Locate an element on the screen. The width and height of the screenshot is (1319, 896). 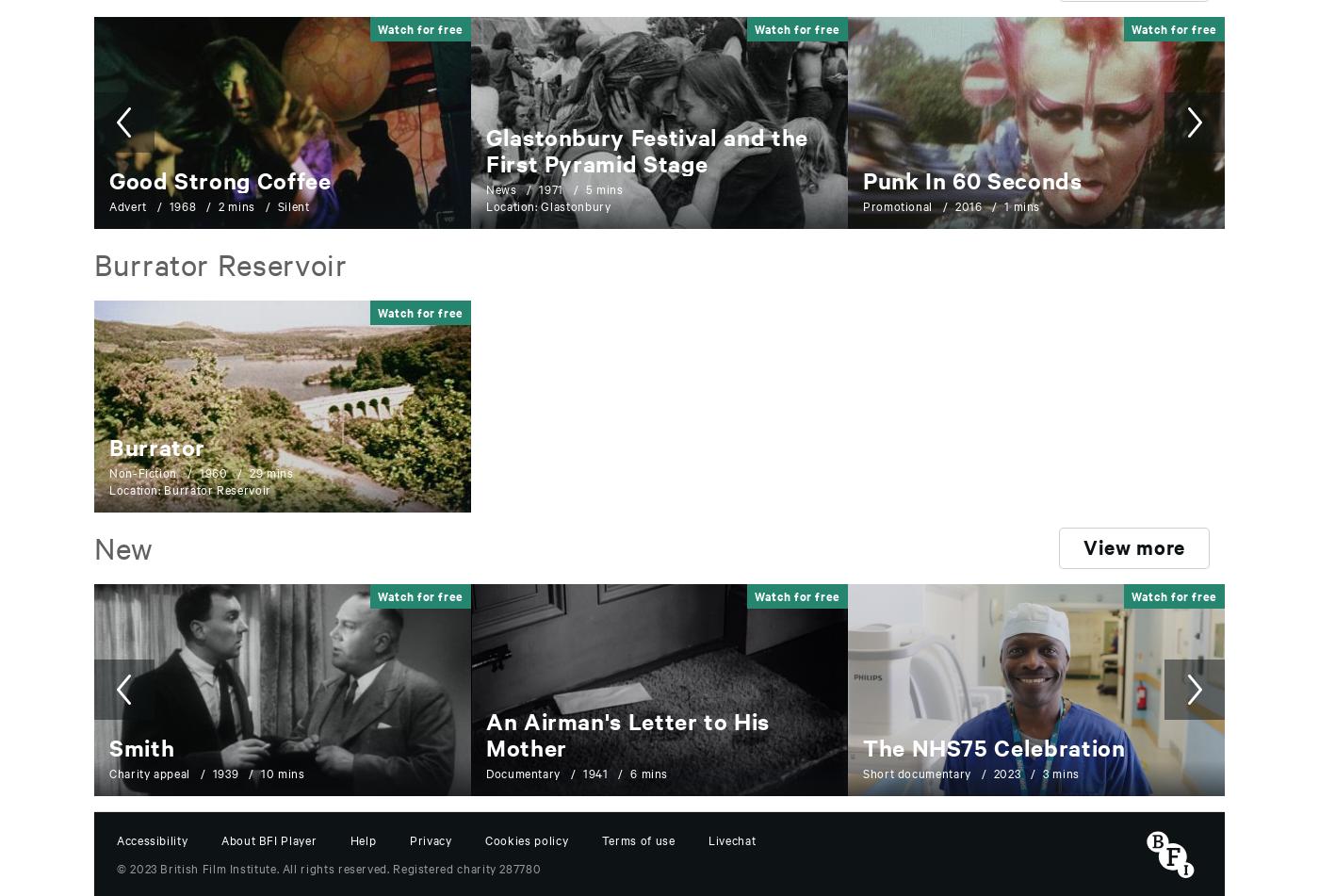
'Terms of use' is located at coordinates (600, 838).